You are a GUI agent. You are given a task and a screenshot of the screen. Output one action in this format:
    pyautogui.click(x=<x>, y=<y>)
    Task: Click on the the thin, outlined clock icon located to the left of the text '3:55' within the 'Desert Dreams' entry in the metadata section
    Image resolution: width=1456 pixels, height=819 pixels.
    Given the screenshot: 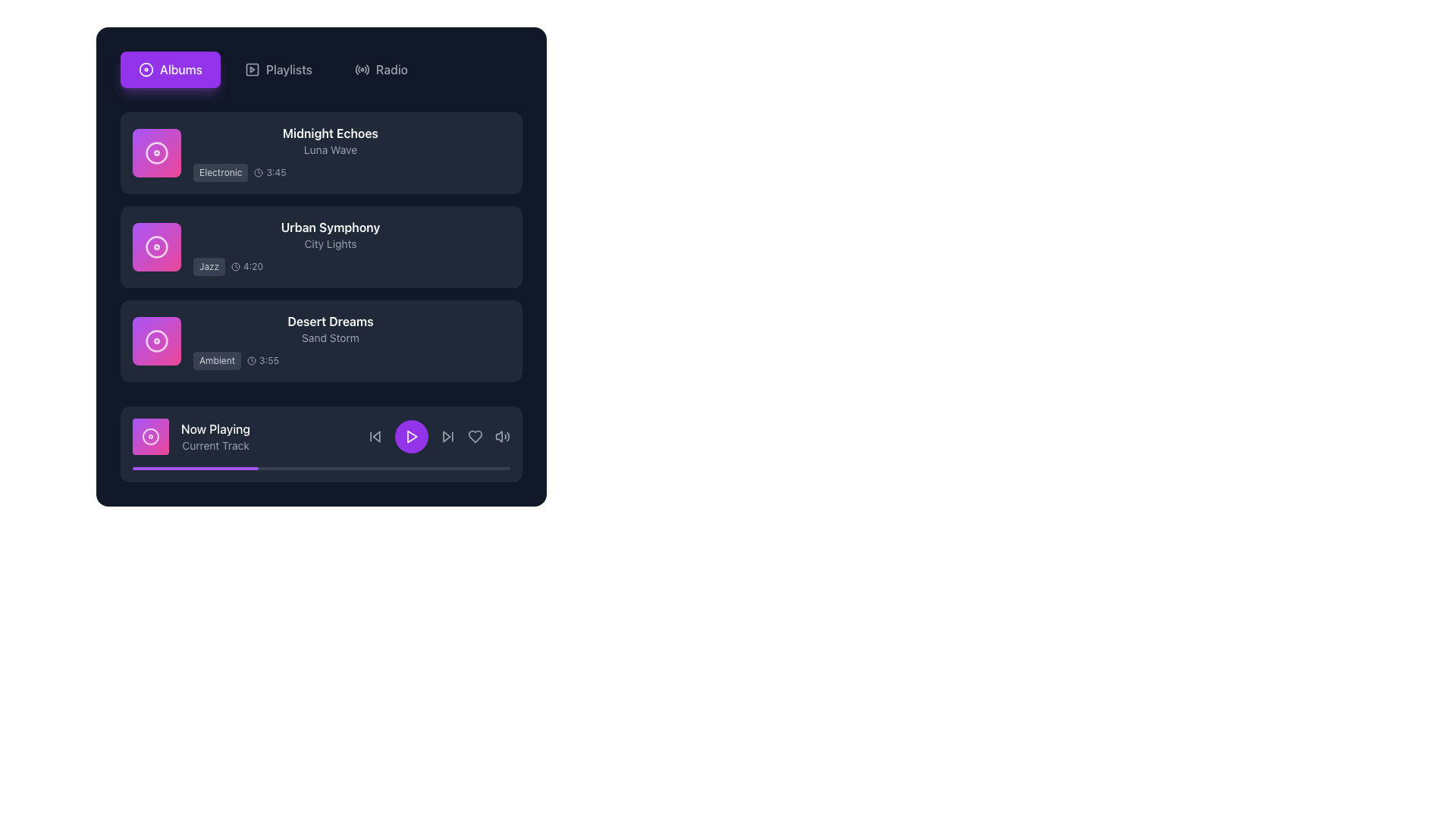 What is the action you would take?
    pyautogui.click(x=252, y=360)
    